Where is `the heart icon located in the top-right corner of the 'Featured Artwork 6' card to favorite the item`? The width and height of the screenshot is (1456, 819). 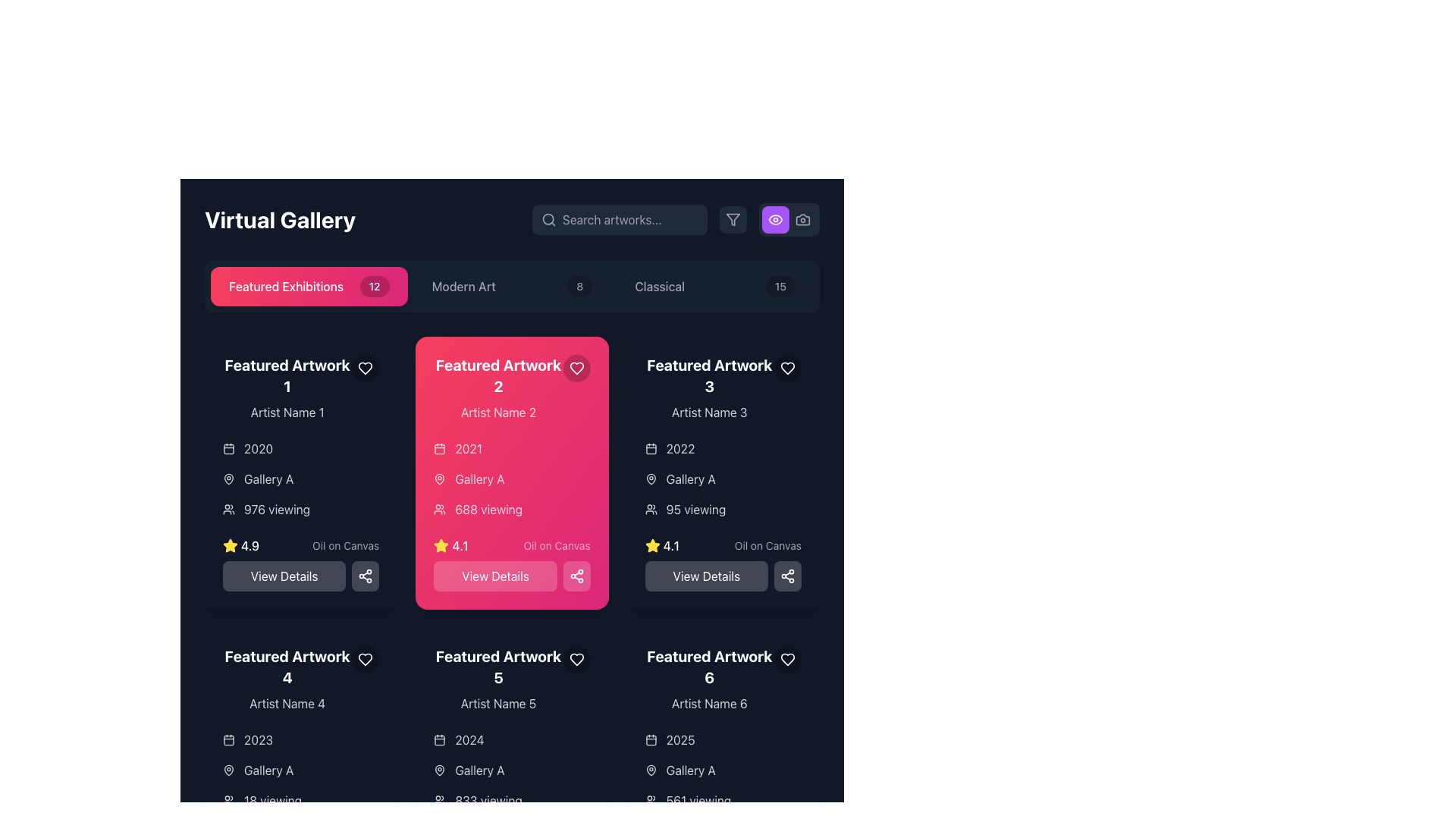 the heart icon located in the top-right corner of the 'Featured Artwork 6' card to favorite the item is located at coordinates (787, 659).